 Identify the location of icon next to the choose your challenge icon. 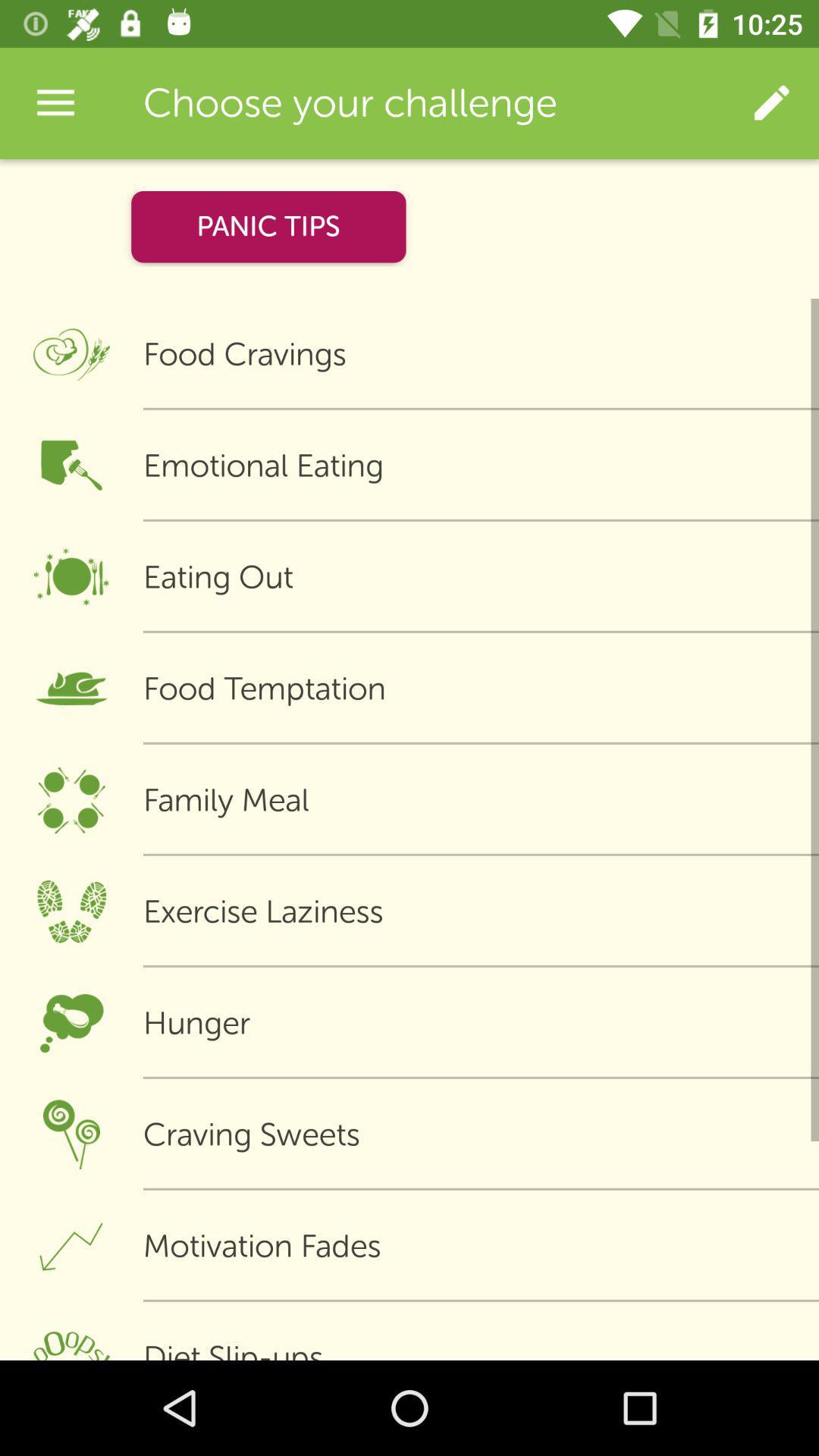
(771, 102).